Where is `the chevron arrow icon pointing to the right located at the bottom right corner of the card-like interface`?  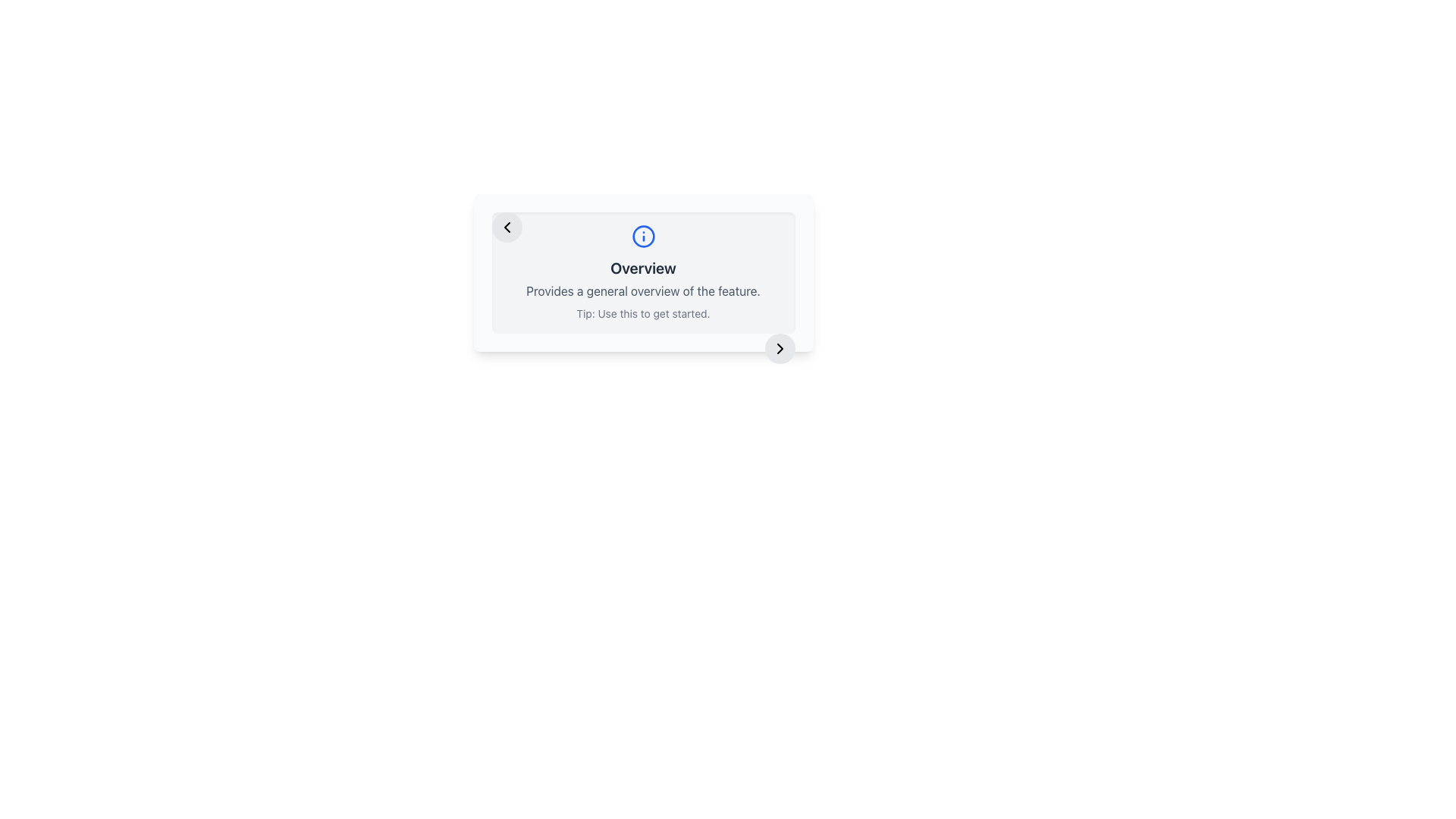
the chevron arrow icon pointing to the right located at the bottom right corner of the card-like interface is located at coordinates (780, 348).